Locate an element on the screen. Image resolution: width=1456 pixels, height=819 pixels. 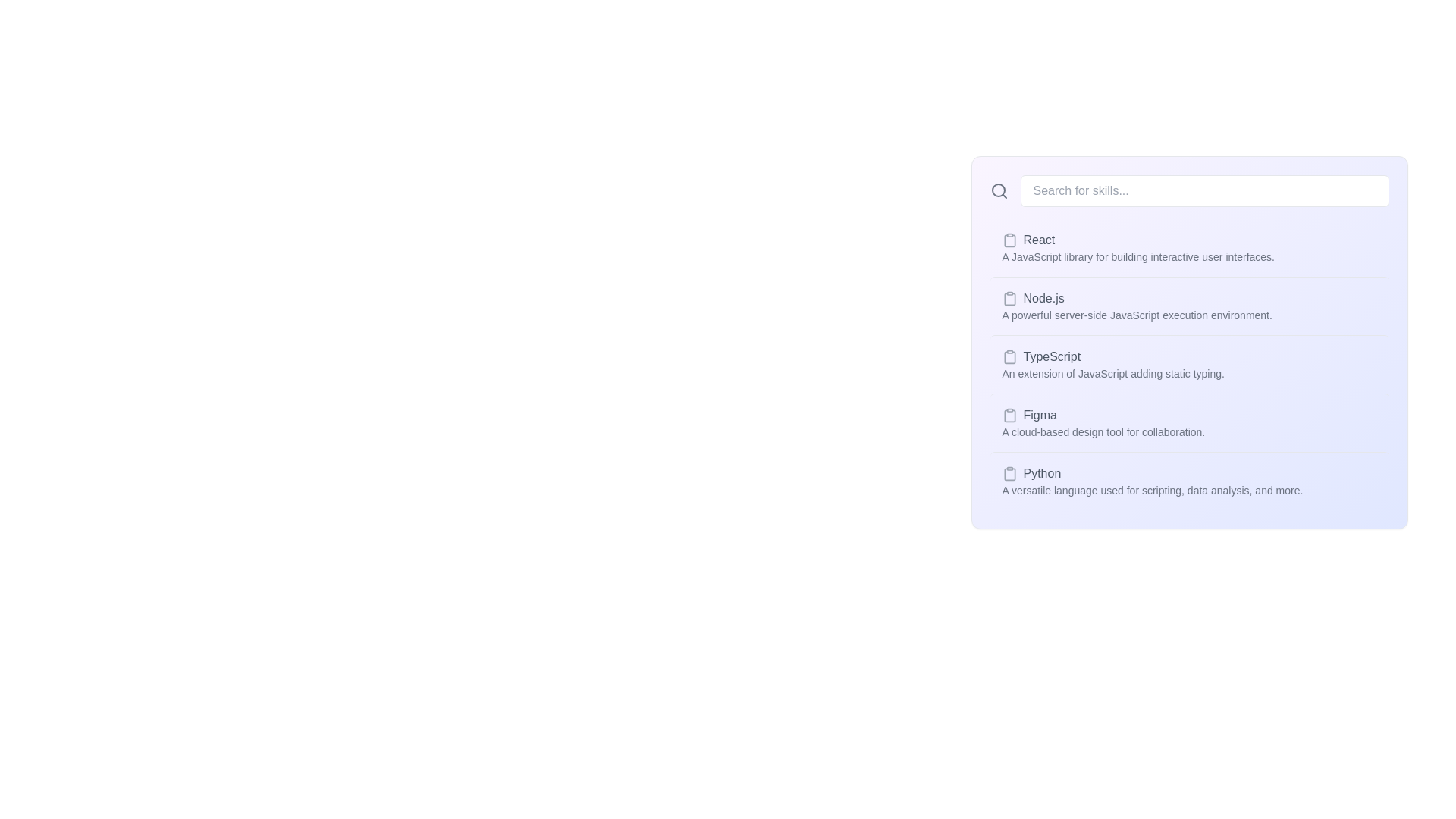
the list item containing the bold text 'Figma' and the description 'A cloud-based design tool for collaboration.' is located at coordinates (1188, 422).